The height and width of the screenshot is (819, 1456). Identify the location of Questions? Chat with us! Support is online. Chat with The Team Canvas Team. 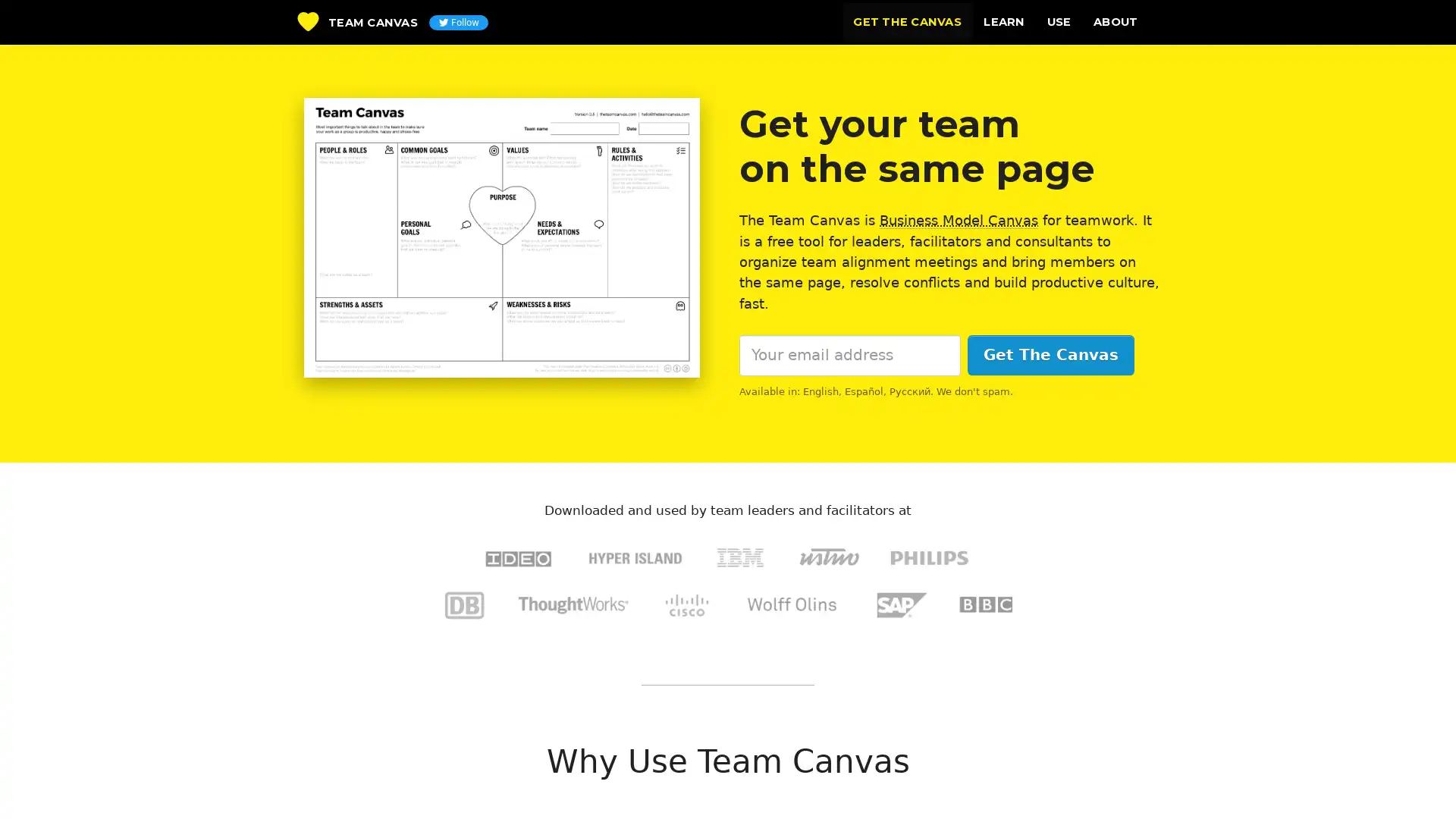
(1414, 780).